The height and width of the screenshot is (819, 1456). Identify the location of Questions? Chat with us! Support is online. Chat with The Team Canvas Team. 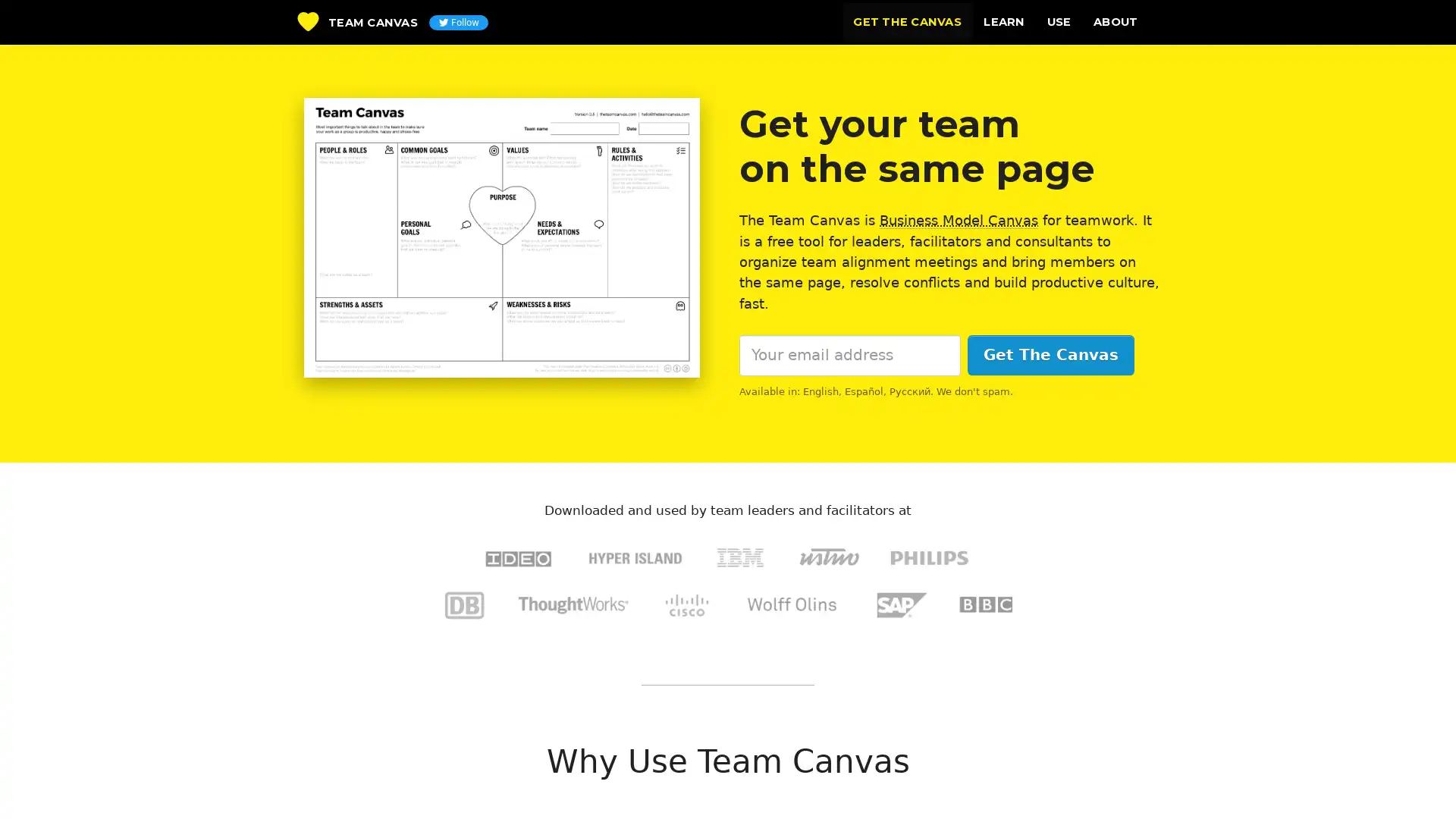
(1414, 780).